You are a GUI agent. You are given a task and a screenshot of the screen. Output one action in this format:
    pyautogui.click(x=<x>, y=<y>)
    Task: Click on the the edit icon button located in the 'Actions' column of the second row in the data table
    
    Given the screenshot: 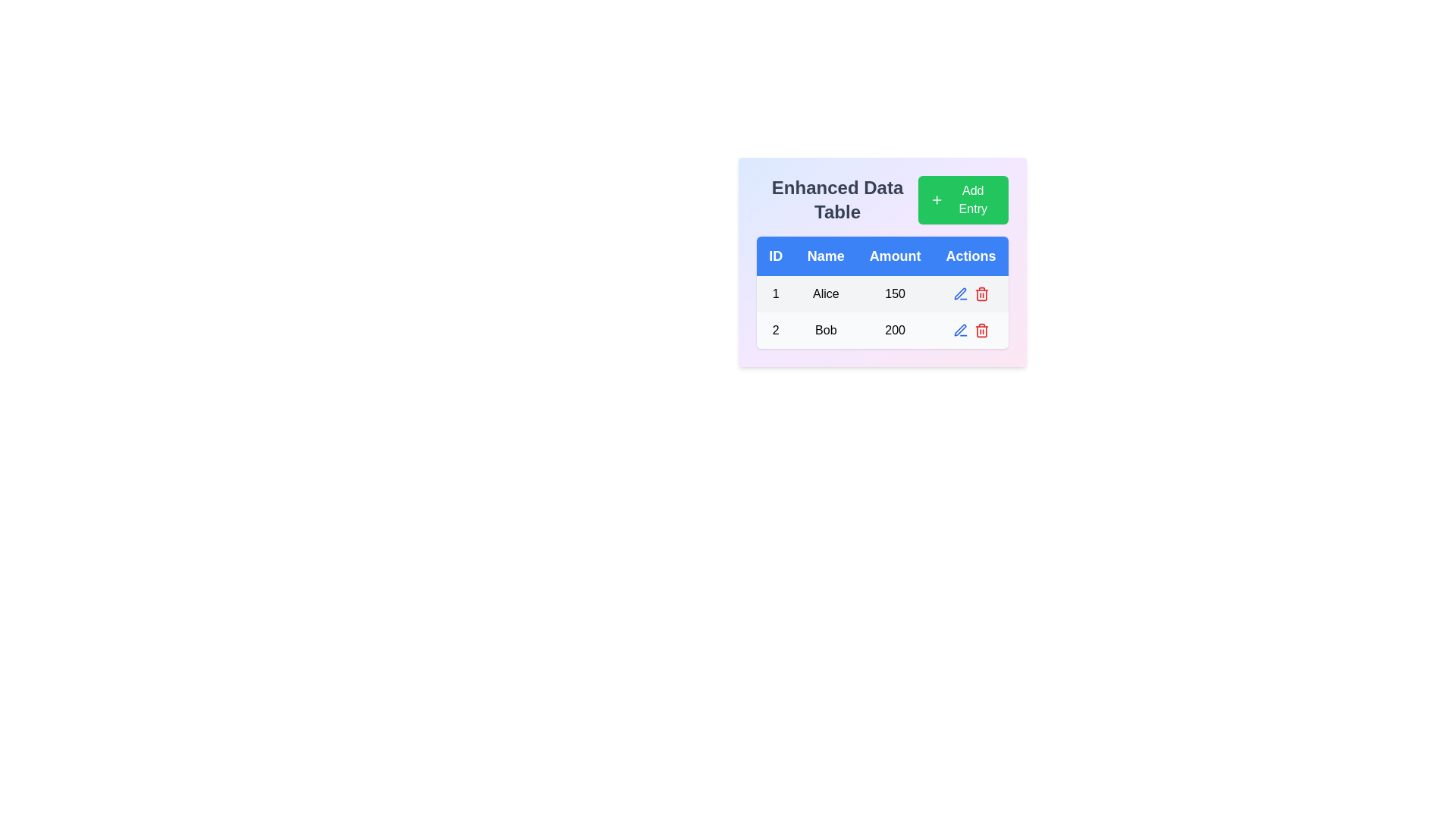 What is the action you would take?
    pyautogui.click(x=959, y=294)
    